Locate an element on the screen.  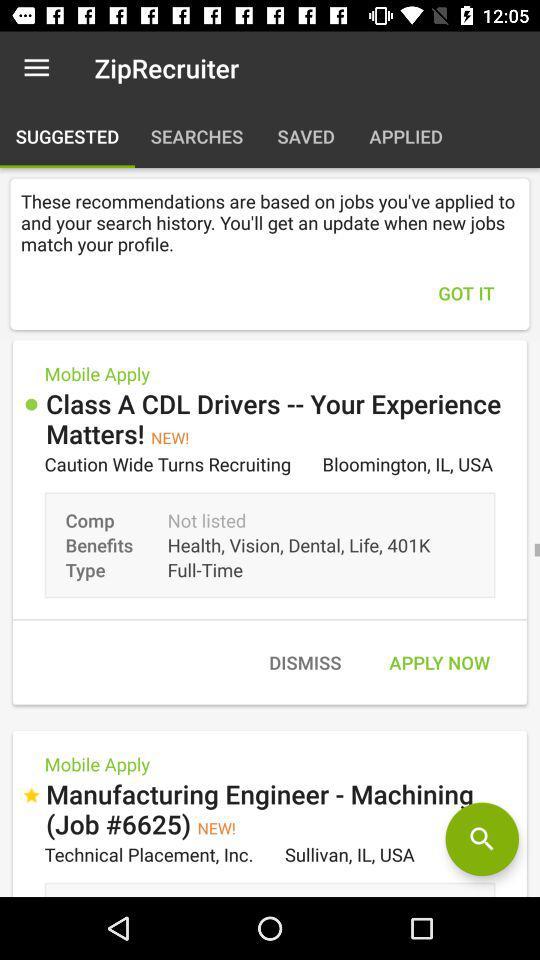
item next to the apply now item is located at coordinates (305, 662).